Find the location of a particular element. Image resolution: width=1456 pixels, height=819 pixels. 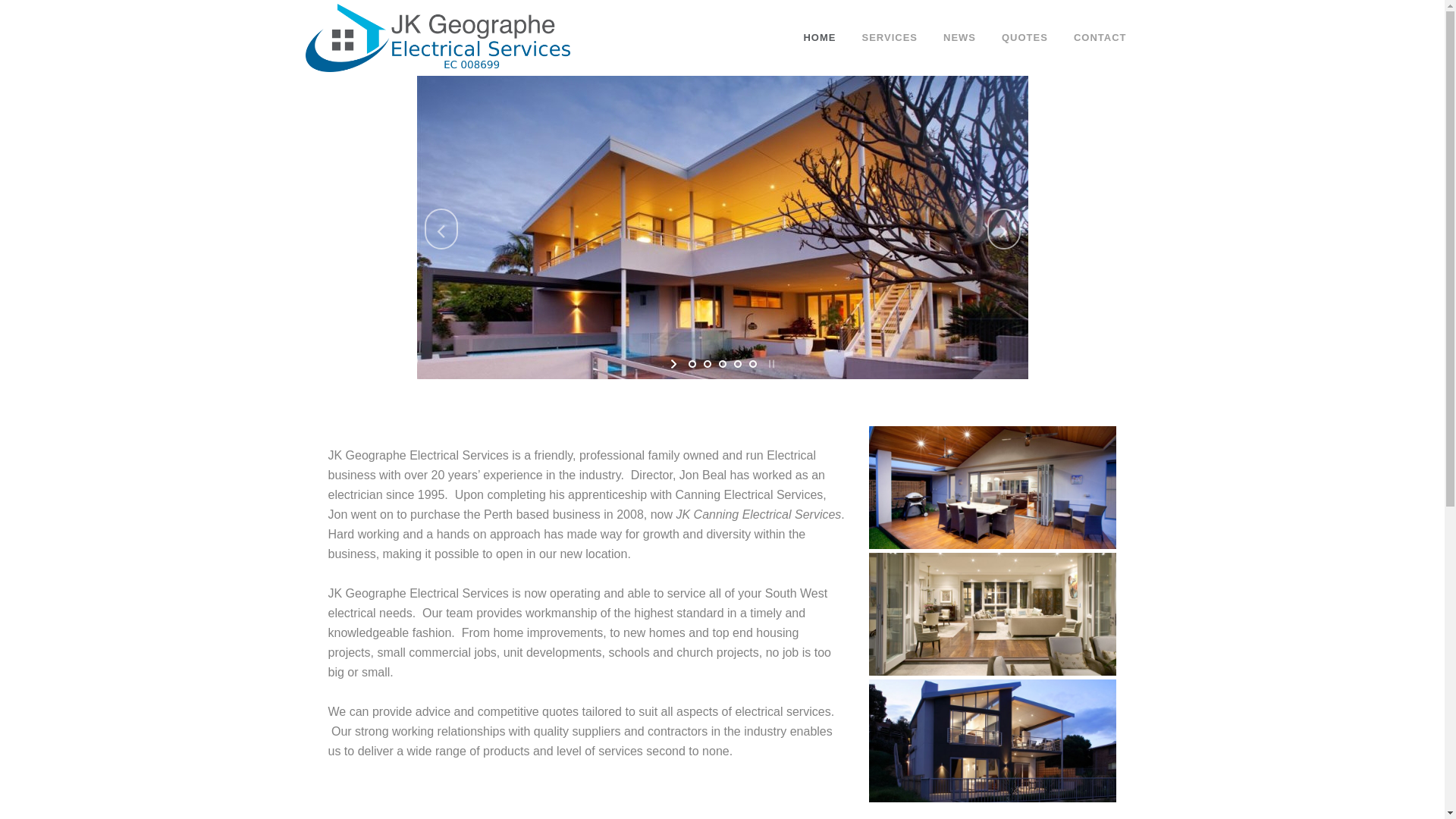

'SERVICES' is located at coordinates (889, 37).